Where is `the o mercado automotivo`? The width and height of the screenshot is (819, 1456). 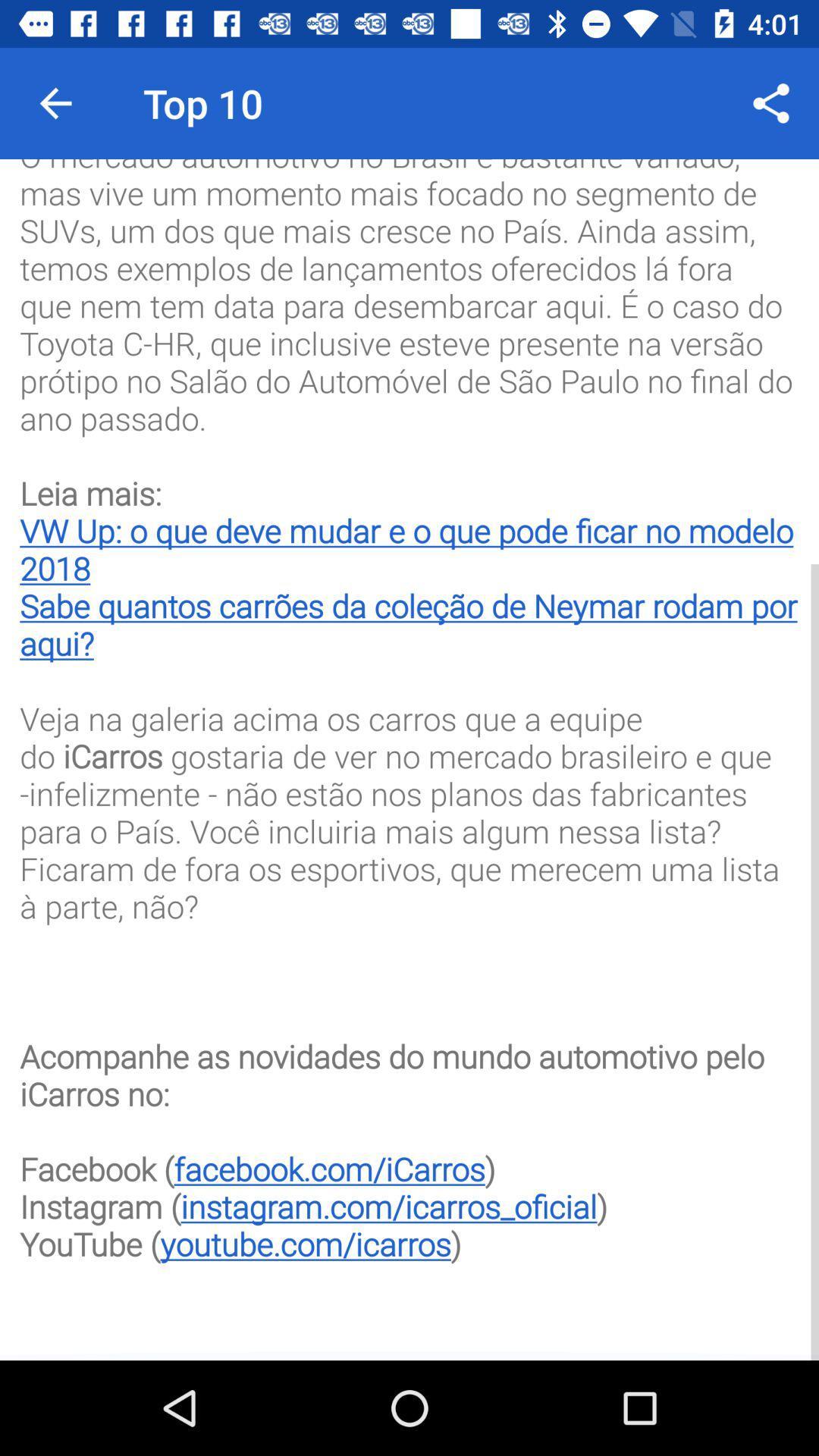 the o mercado automotivo is located at coordinates (409, 749).